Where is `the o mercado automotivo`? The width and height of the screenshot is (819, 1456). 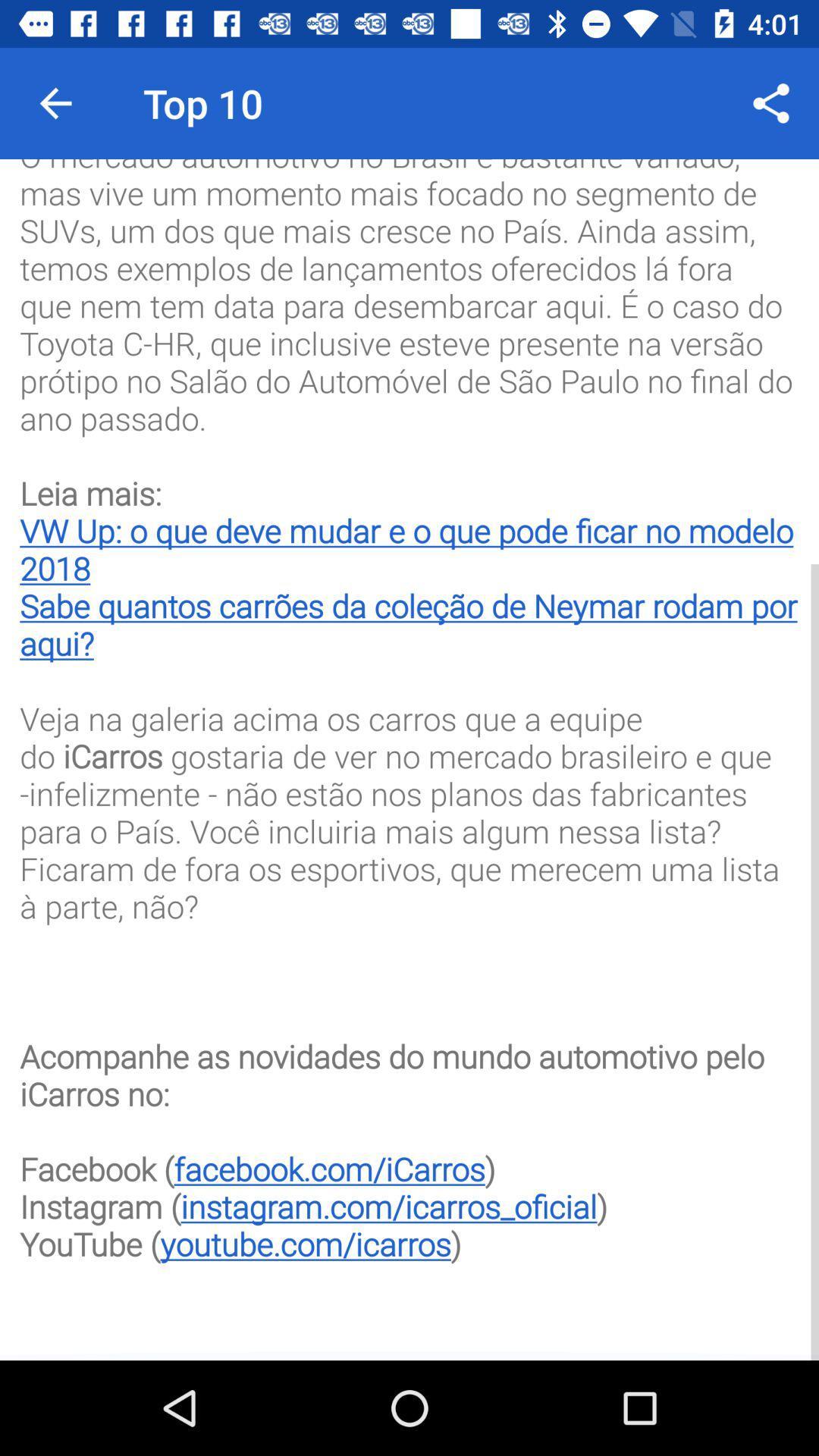 the o mercado automotivo is located at coordinates (409, 749).